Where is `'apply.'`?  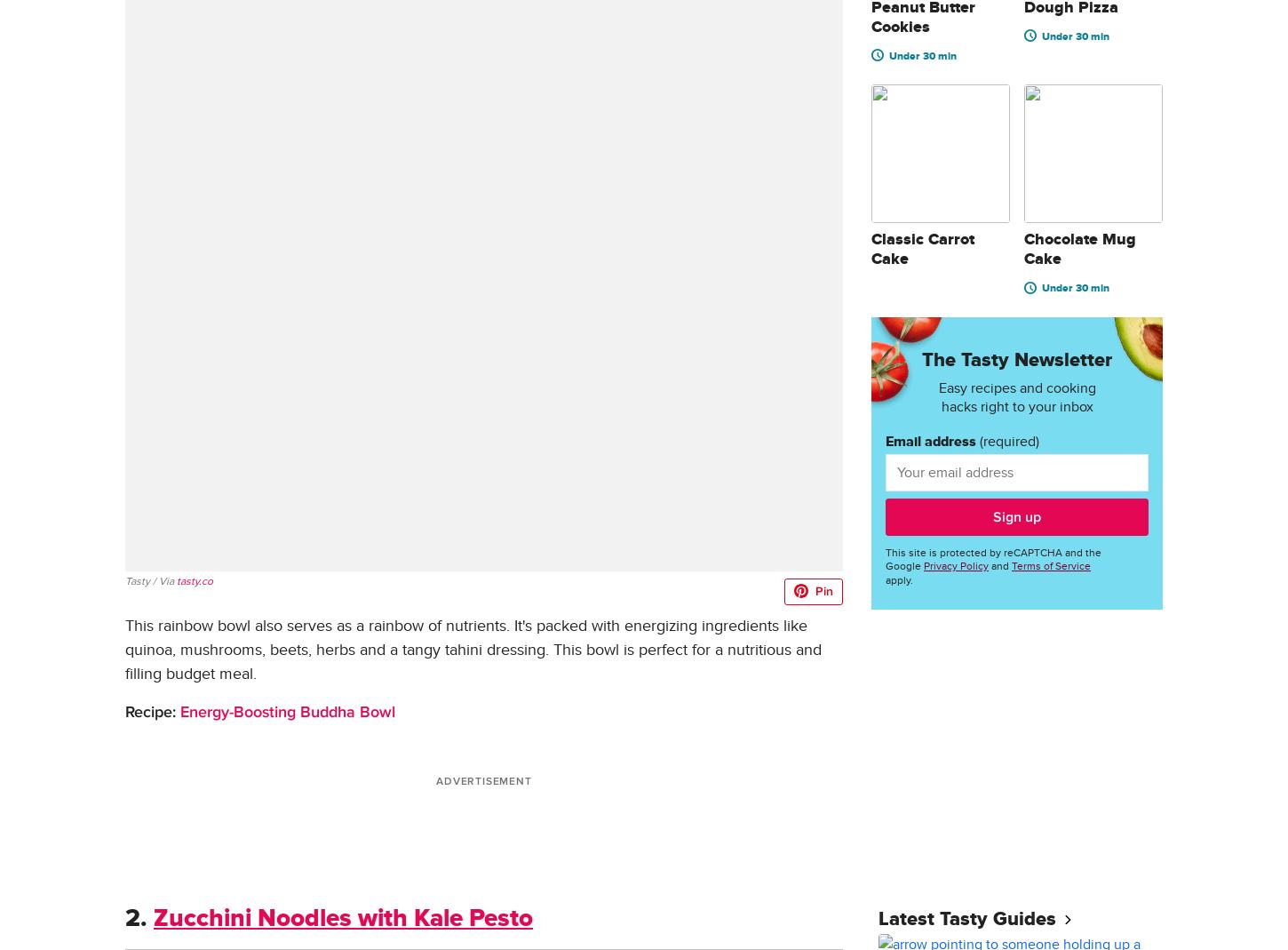
'apply.' is located at coordinates (886, 578).